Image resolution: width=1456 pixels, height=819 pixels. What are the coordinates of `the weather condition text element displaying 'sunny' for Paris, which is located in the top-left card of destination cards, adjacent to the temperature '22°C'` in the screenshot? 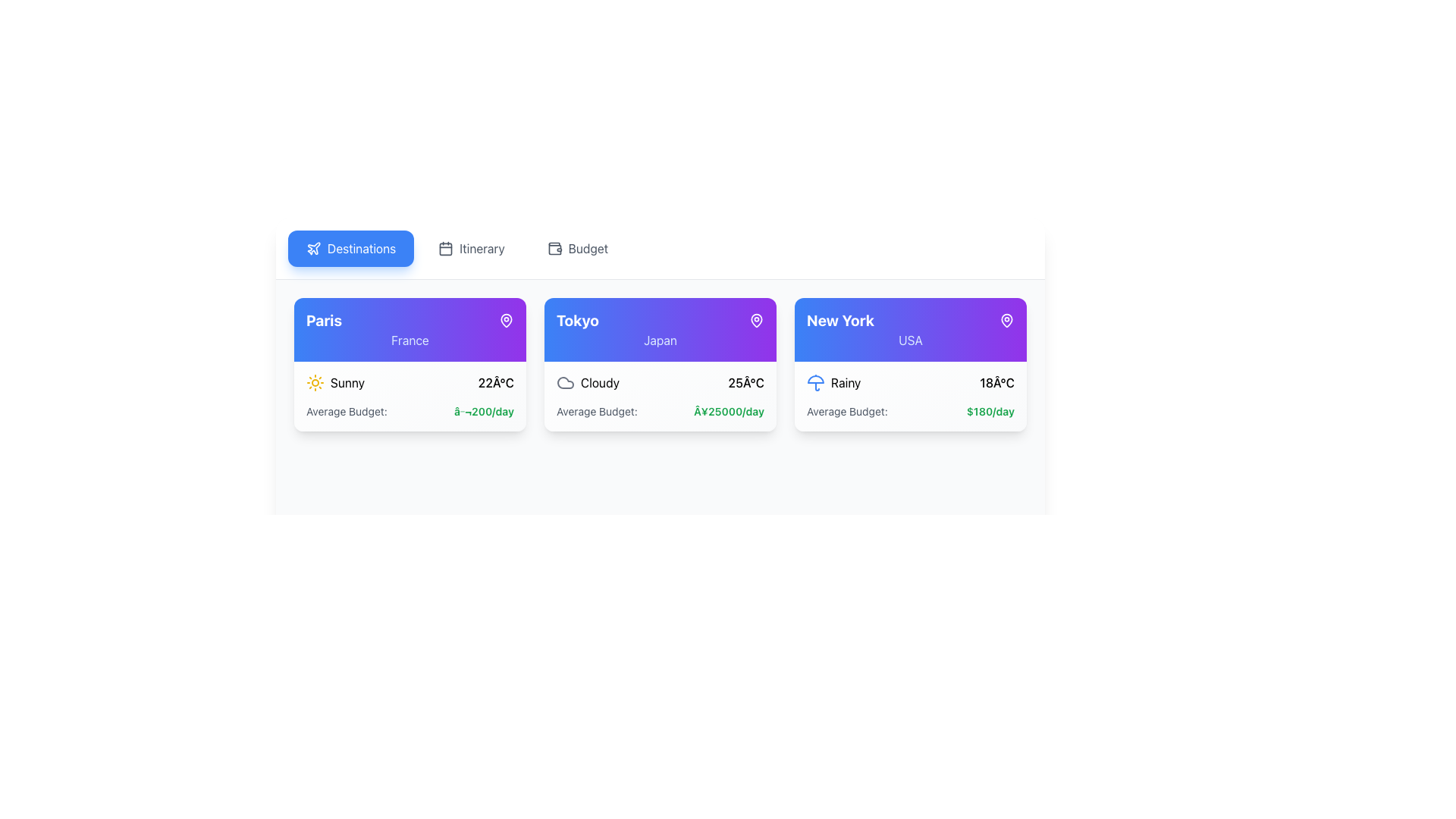 It's located at (334, 382).